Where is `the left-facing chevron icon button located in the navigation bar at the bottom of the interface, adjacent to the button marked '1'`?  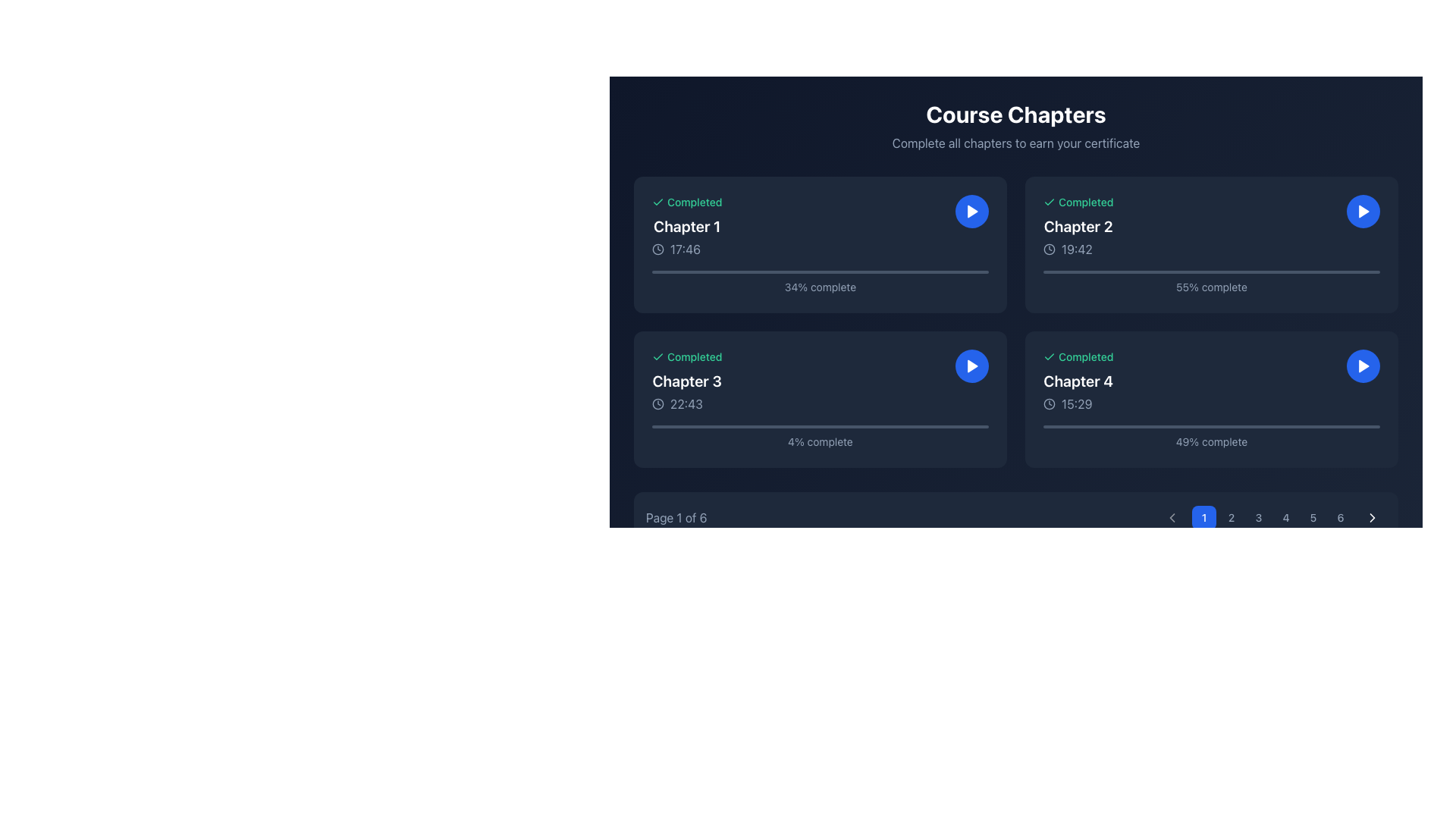
the left-facing chevron icon button located in the navigation bar at the bottom of the interface, adjacent to the button marked '1' is located at coordinates (1171, 516).